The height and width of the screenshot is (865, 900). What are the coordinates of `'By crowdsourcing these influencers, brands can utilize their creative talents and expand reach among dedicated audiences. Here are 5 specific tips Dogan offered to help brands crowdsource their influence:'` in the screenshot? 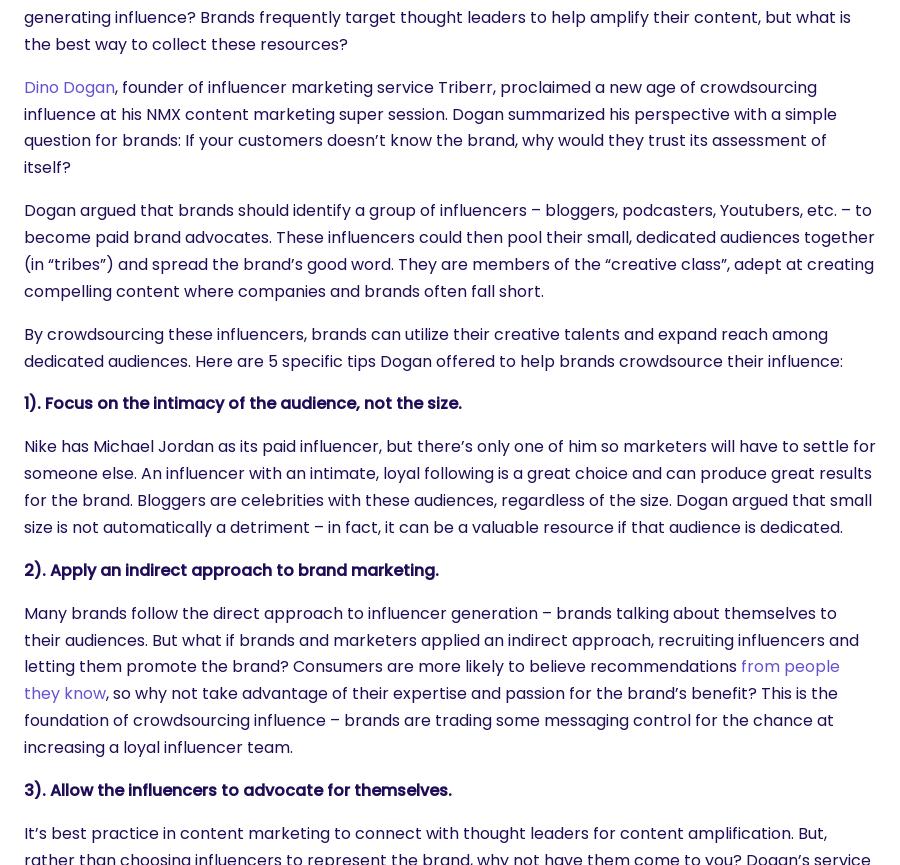 It's located at (433, 347).